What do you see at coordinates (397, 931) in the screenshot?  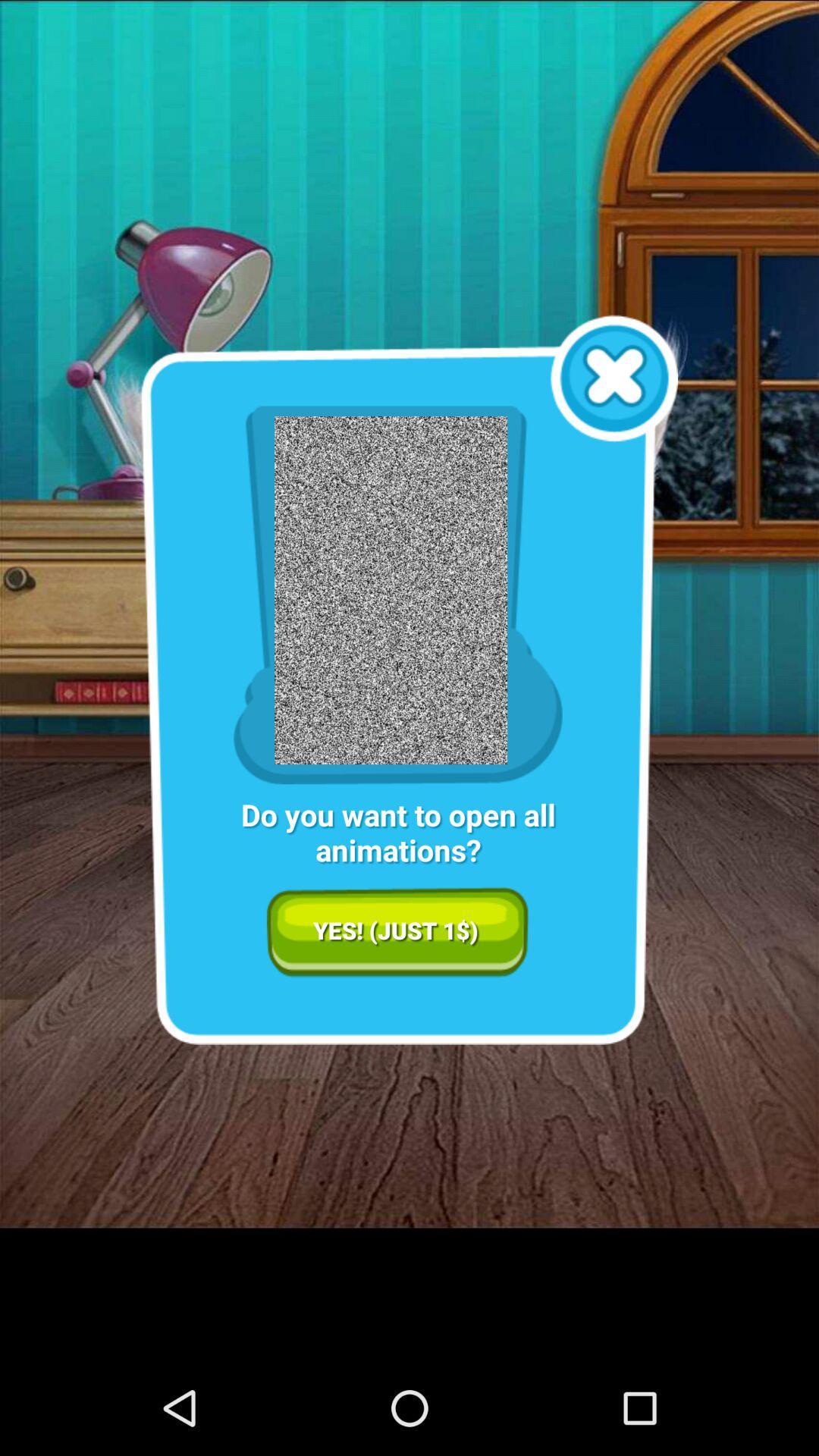 I see `the yes! (just 1$) button` at bounding box center [397, 931].